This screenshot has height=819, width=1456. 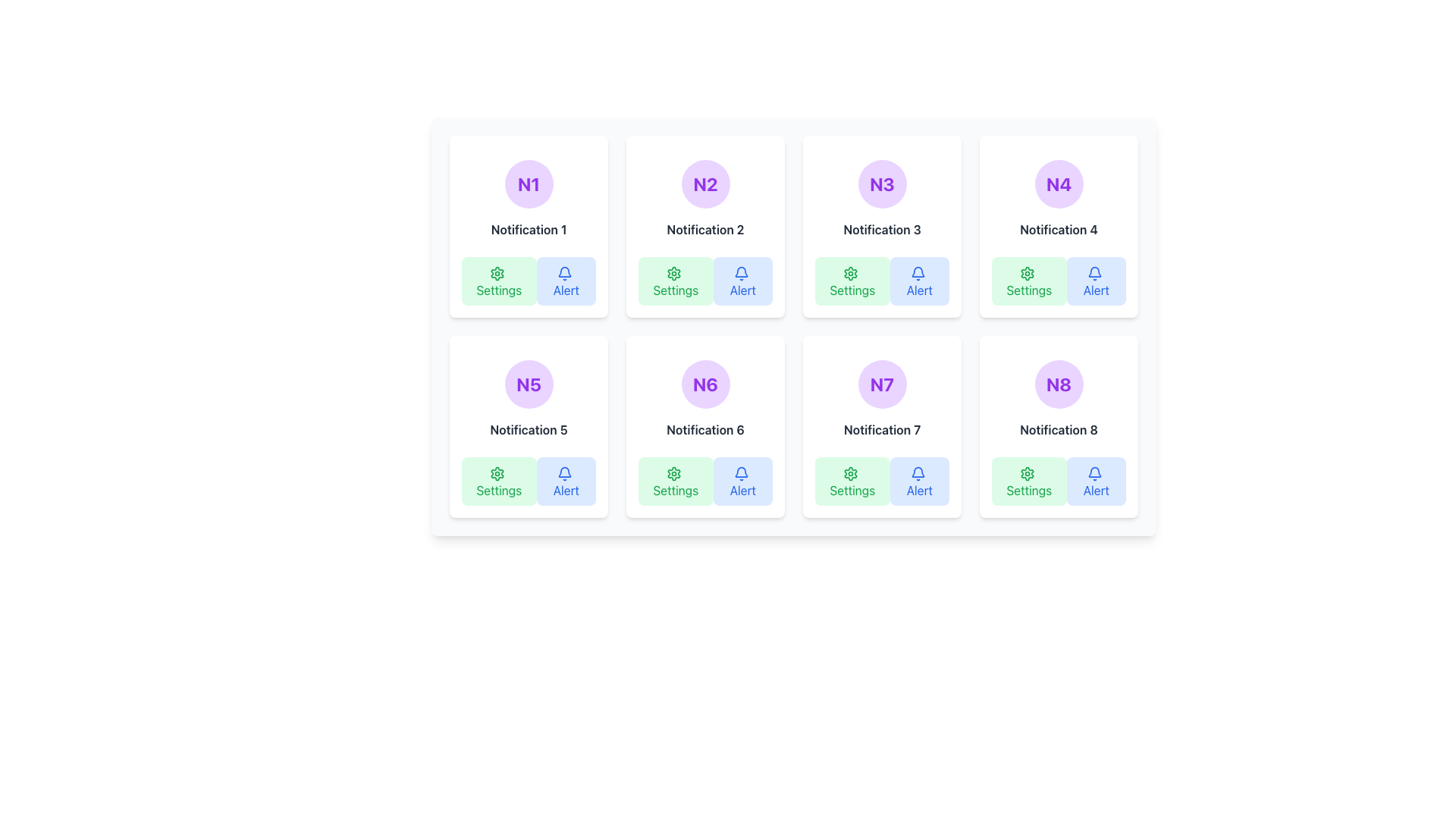 What do you see at coordinates (882, 430) in the screenshot?
I see `the static text label displaying 'Notification 7', which is bold and dark gray on a white background, located below the circular badge labeled 'N7'` at bounding box center [882, 430].